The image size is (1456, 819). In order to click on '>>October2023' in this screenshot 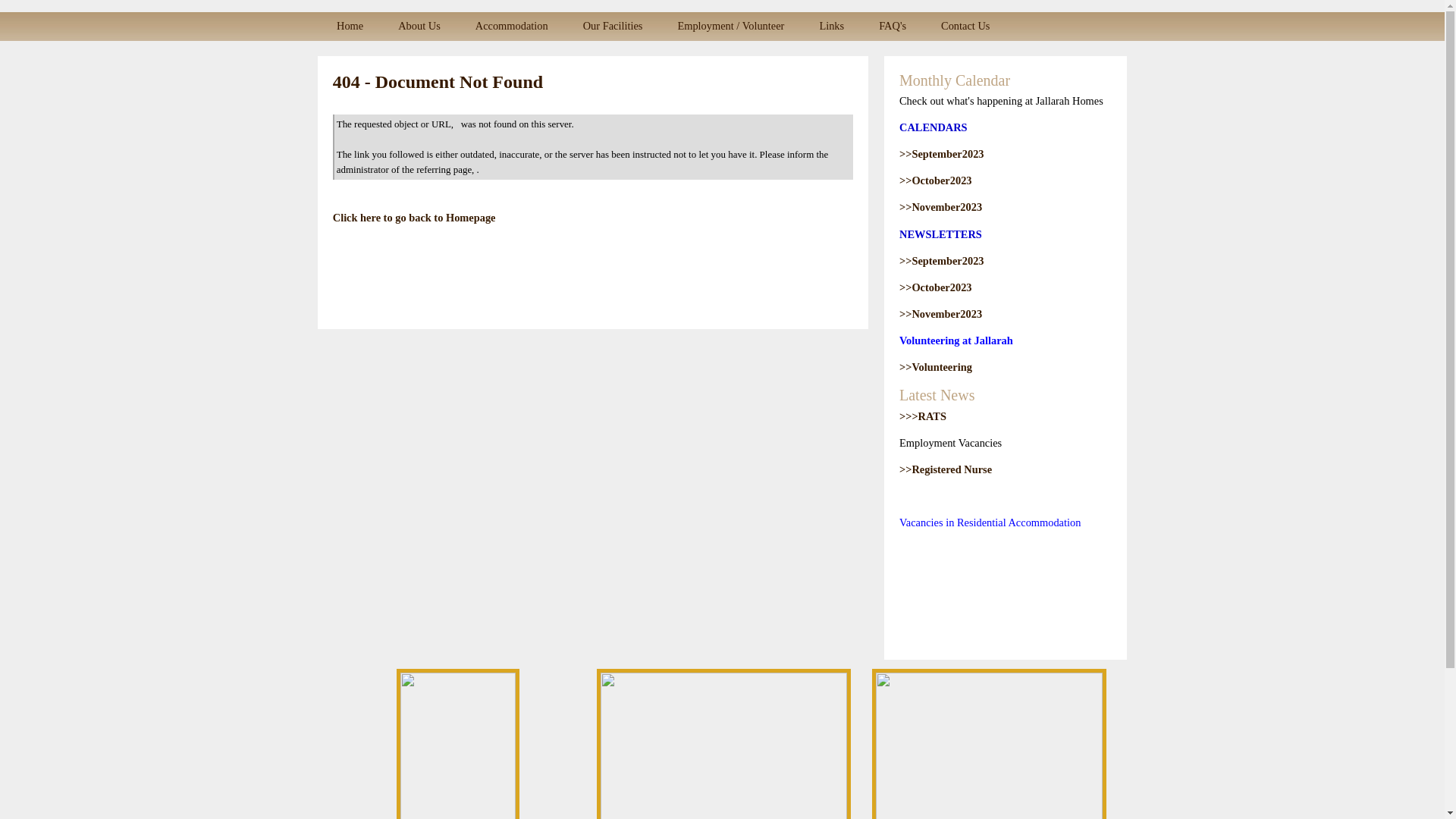, I will do `click(934, 287)`.